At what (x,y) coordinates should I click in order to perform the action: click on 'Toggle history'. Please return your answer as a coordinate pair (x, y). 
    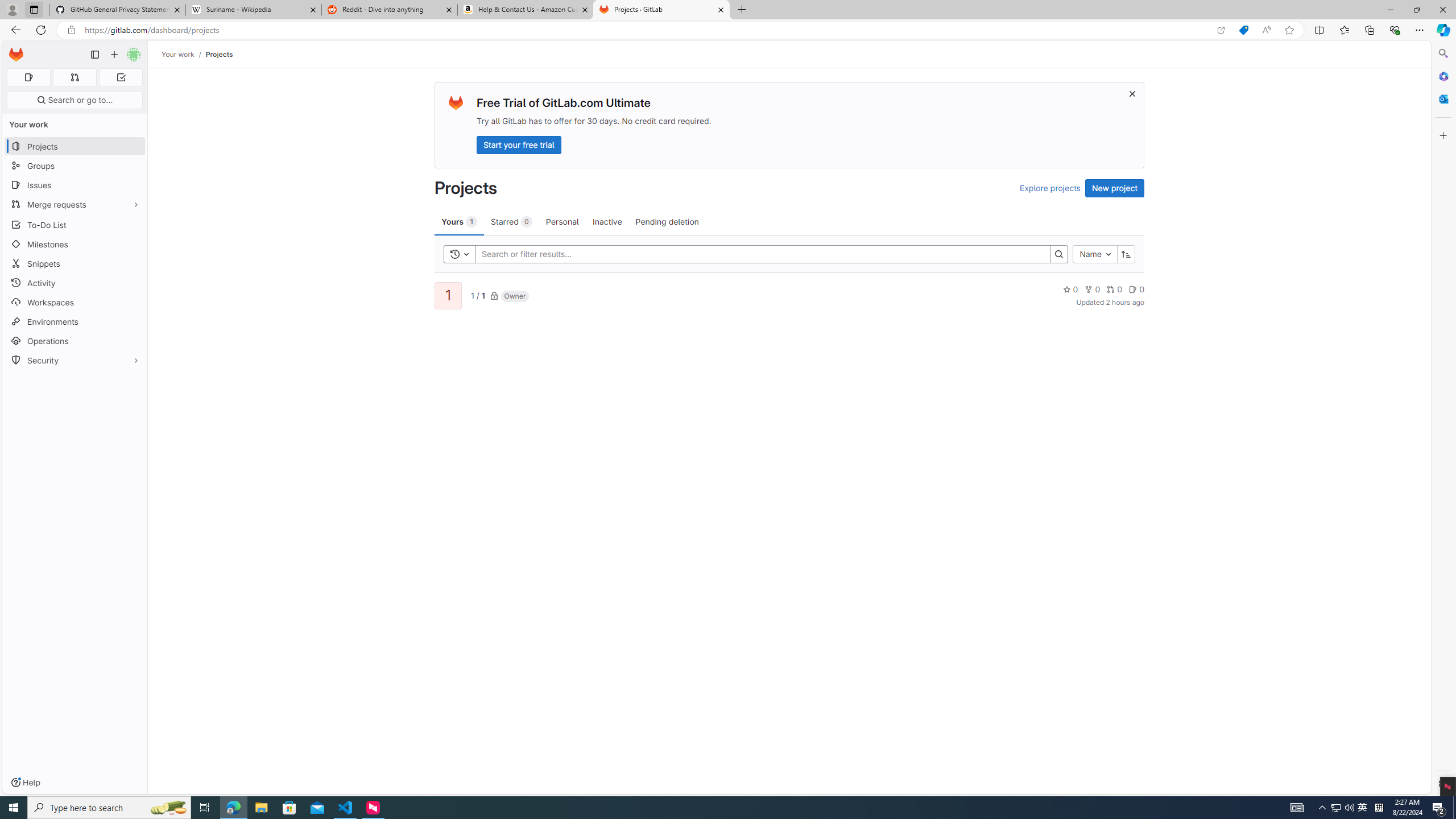
    Looking at the image, I should click on (459, 254).